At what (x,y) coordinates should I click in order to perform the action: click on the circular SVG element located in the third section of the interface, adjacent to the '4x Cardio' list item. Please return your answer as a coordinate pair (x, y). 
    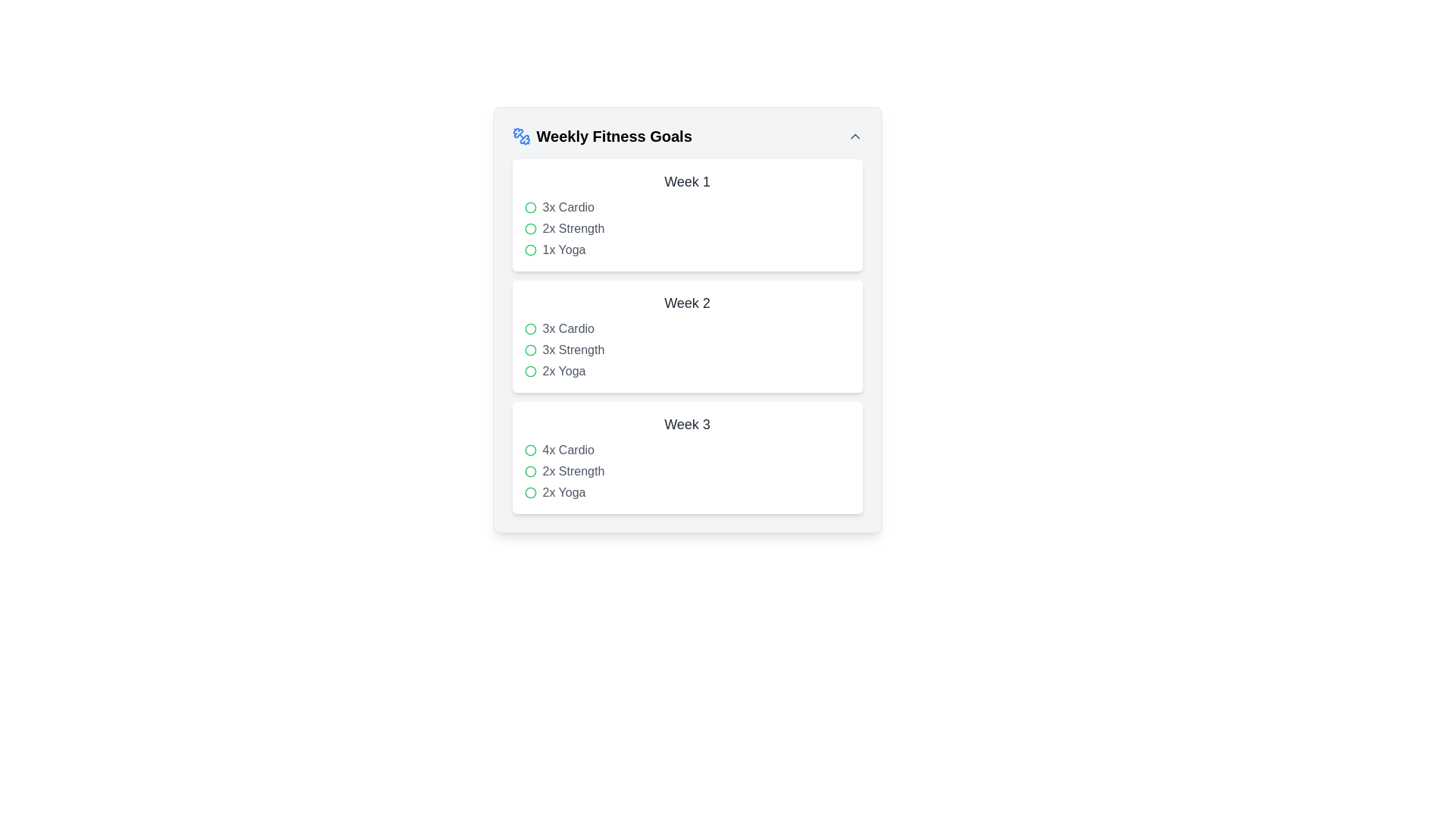
    Looking at the image, I should click on (530, 450).